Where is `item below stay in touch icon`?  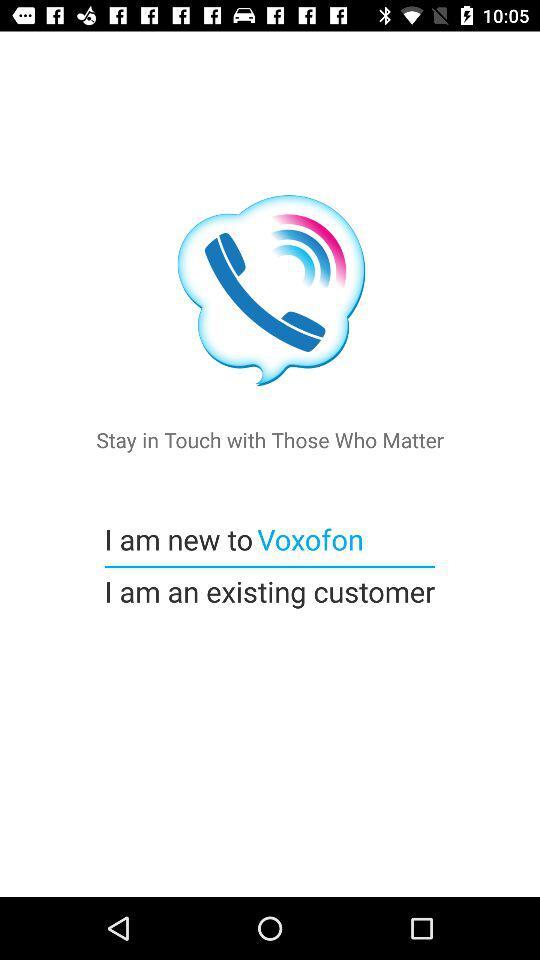
item below stay in touch icon is located at coordinates (308, 538).